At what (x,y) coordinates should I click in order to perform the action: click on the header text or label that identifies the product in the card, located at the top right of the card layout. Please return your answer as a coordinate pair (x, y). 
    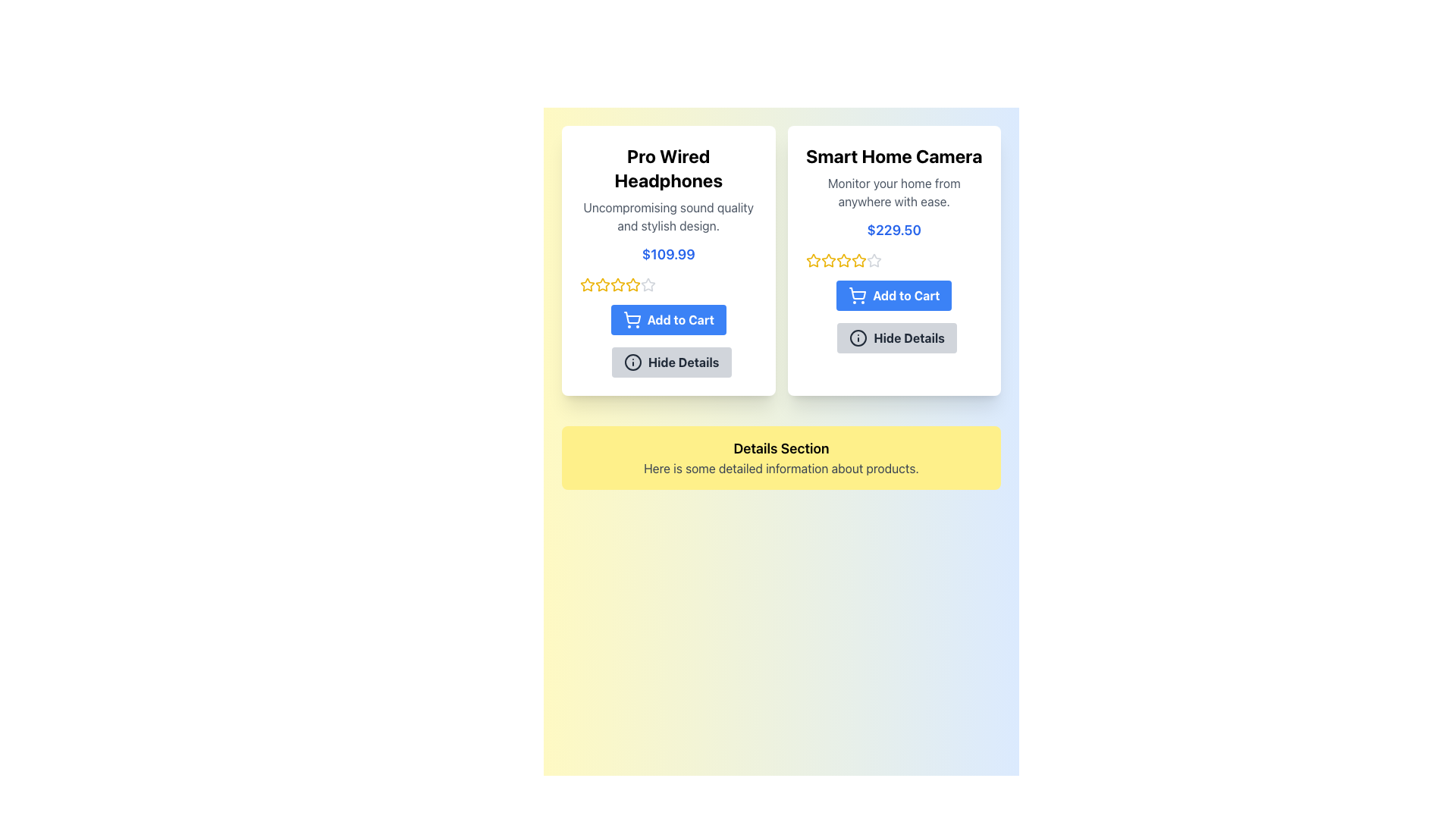
    Looking at the image, I should click on (894, 155).